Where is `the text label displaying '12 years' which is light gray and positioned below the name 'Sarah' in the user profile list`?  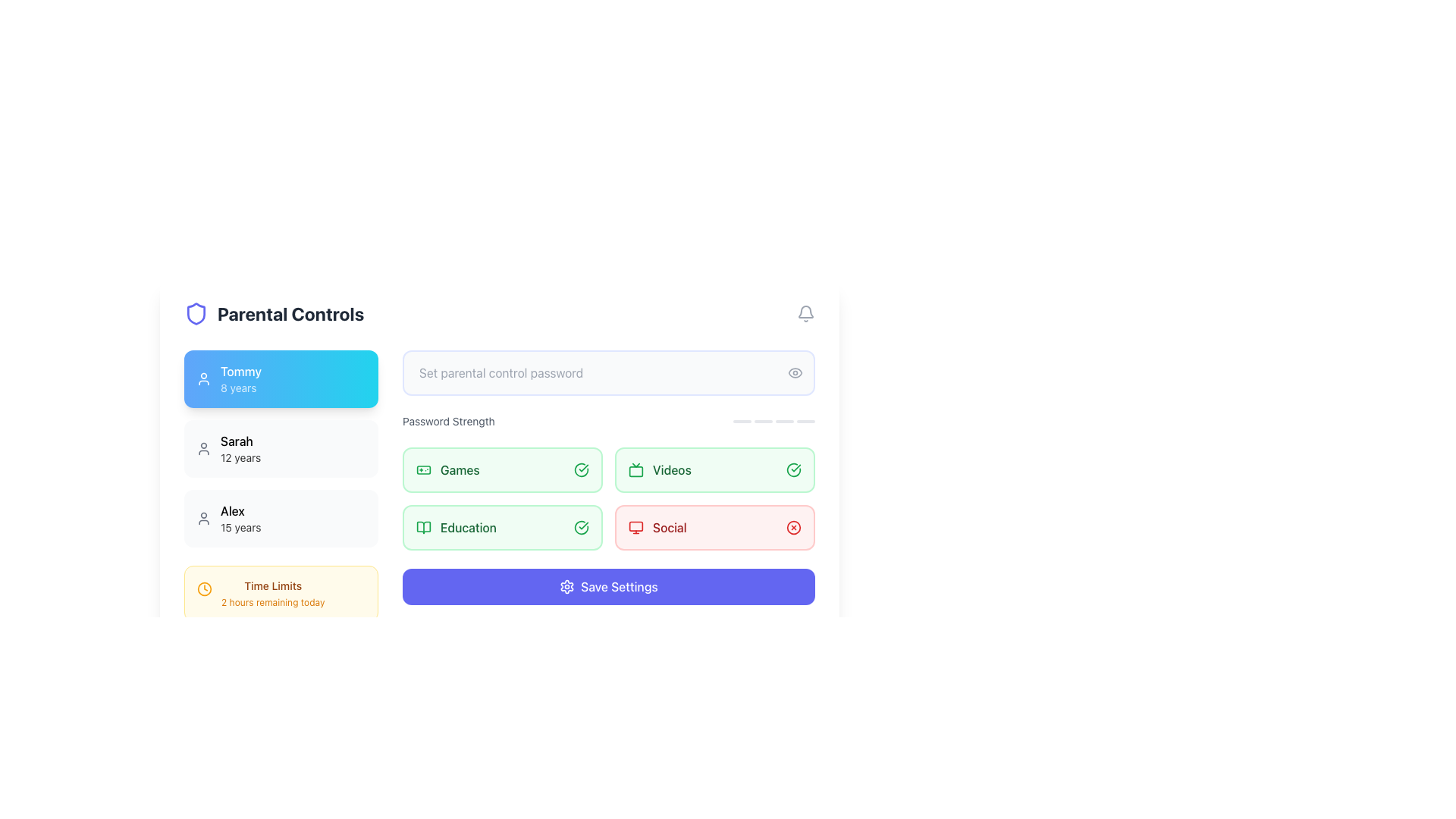
the text label displaying '12 years' which is light gray and positioned below the name 'Sarah' in the user profile list is located at coordinates (240, 457).